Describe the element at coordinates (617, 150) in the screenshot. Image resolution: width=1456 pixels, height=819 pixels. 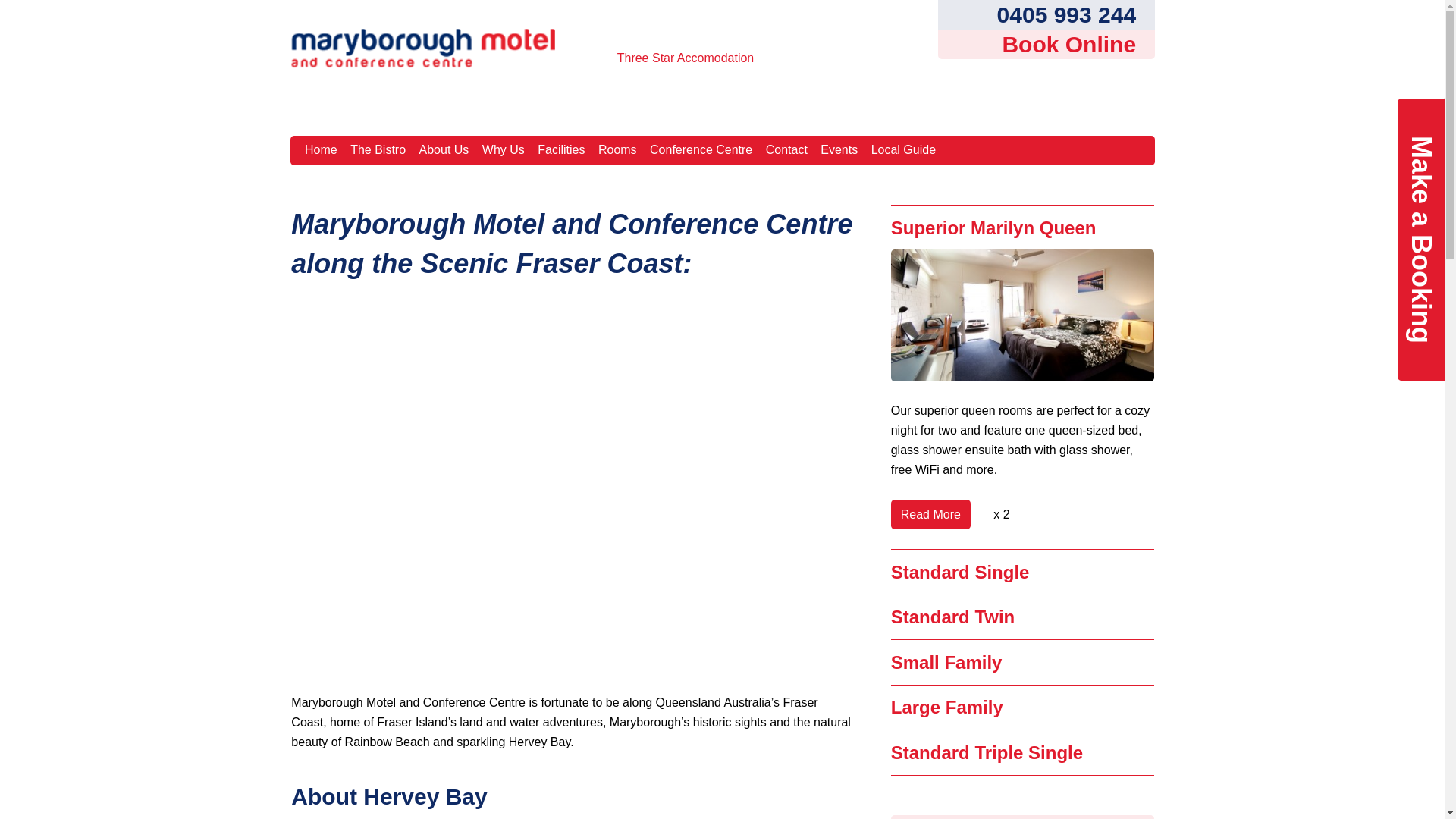
I see `'Rooms'` at that location.